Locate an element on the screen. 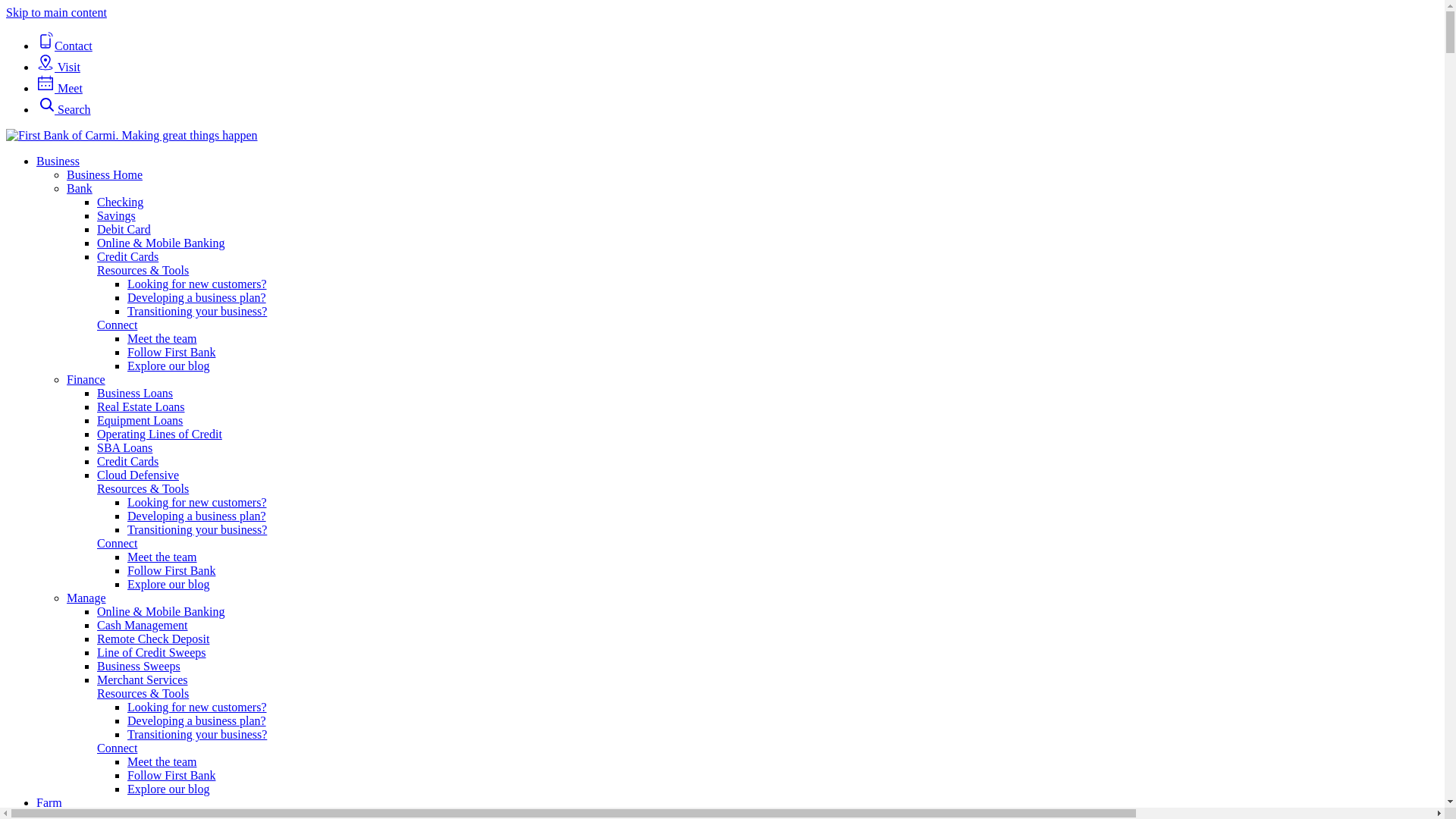 This screenshot has height=819, width=1456. 'Transitioning your business?' is located at coordinates (196, 733).